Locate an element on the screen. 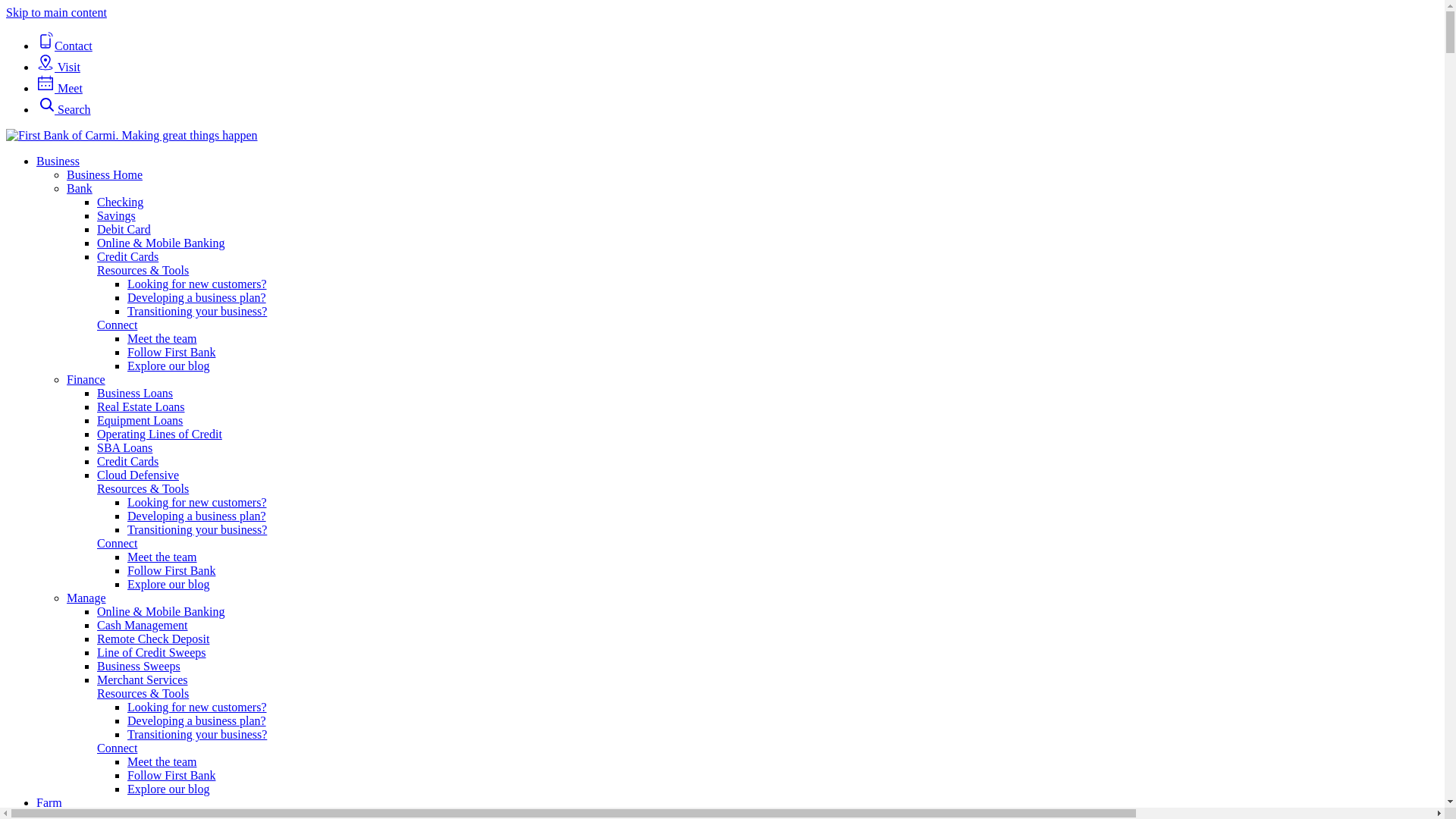 This screenshot has height=819, width=1456. 'Transitioning your business?' is located at coordinates (196, 733).